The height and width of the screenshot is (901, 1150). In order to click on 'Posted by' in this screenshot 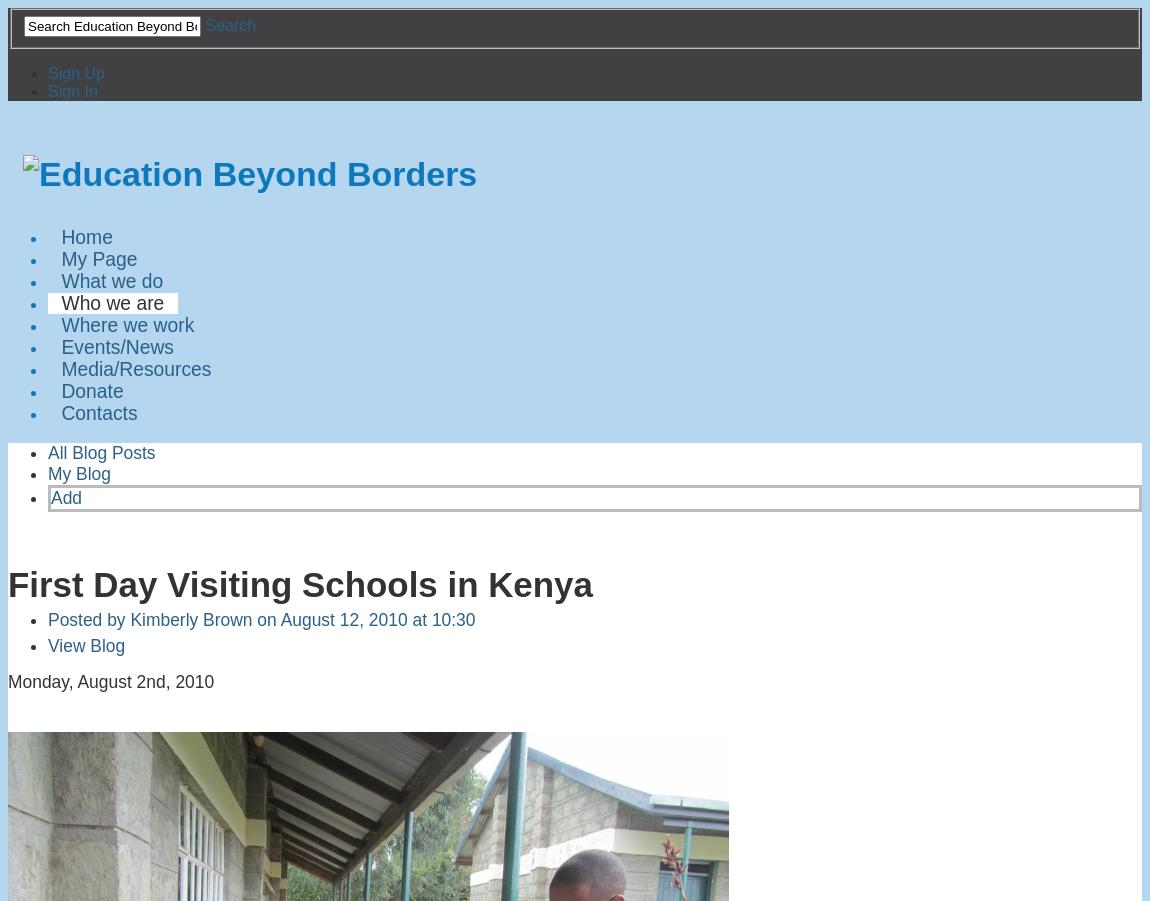, I will do `click(88, 617)`.